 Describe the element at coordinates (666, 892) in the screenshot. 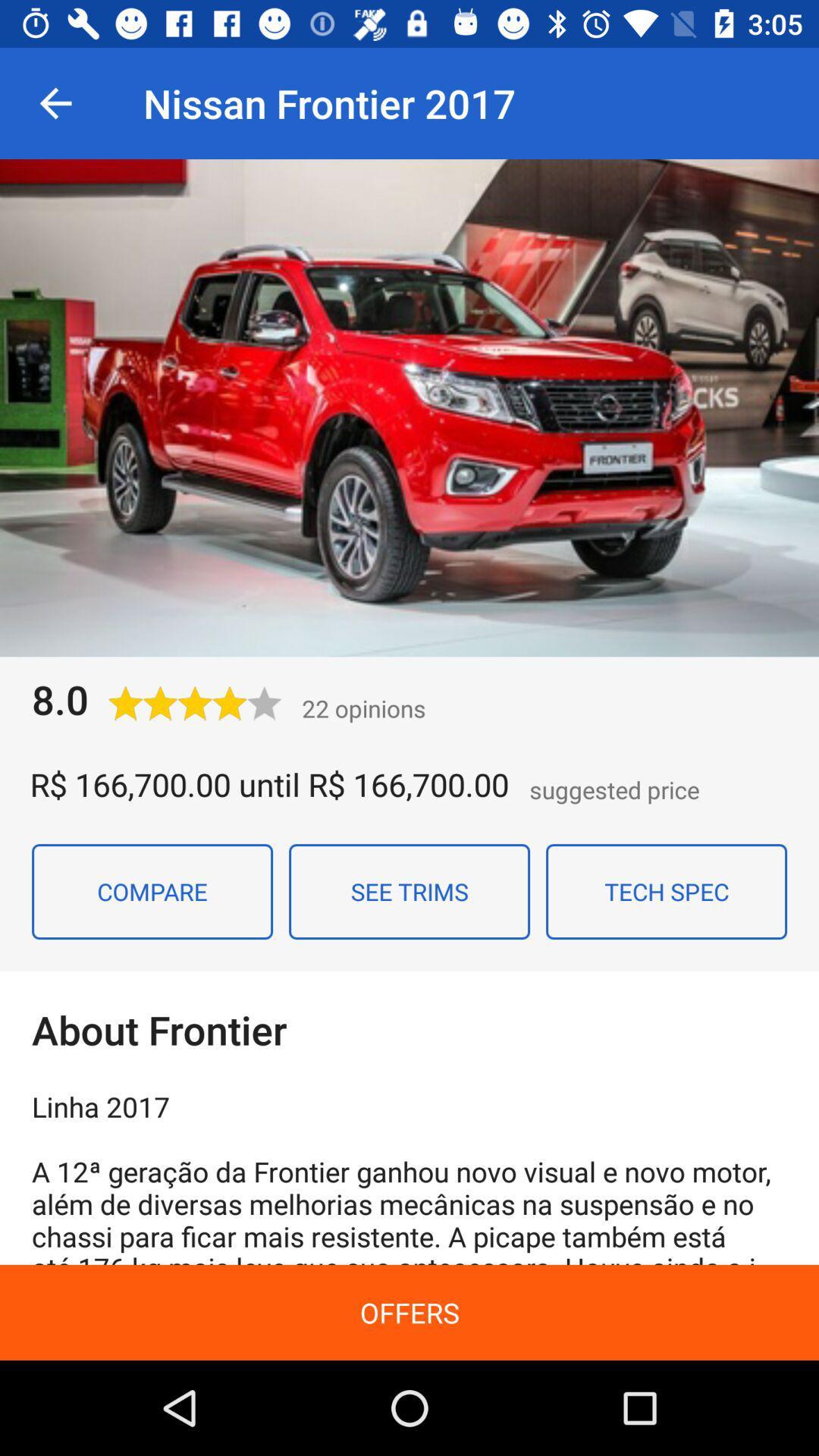

I see `item above the linha 2017 a item` at that location.